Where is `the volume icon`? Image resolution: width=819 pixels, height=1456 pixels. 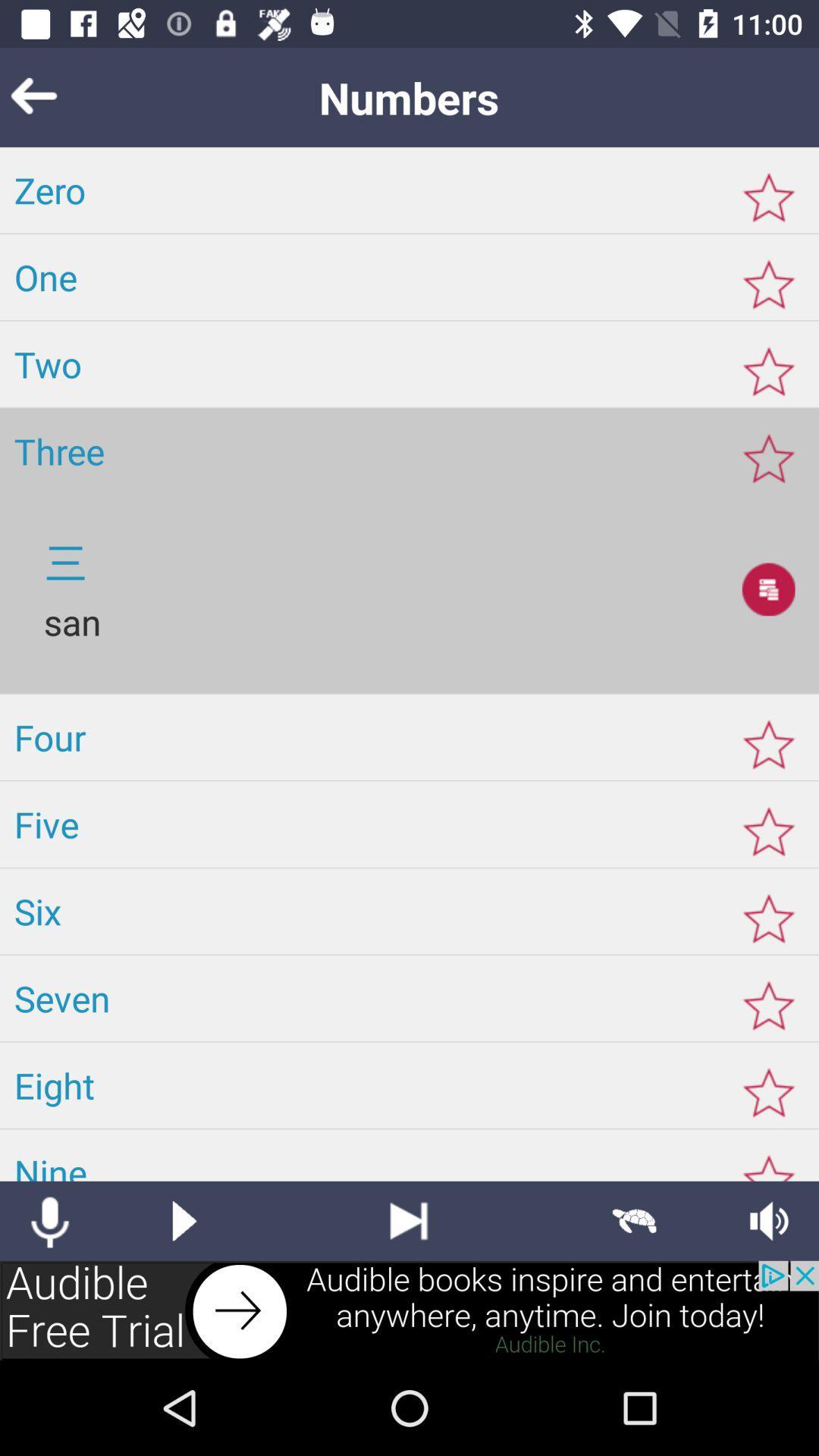
the volume icon is located at coordinates (769, 1221).